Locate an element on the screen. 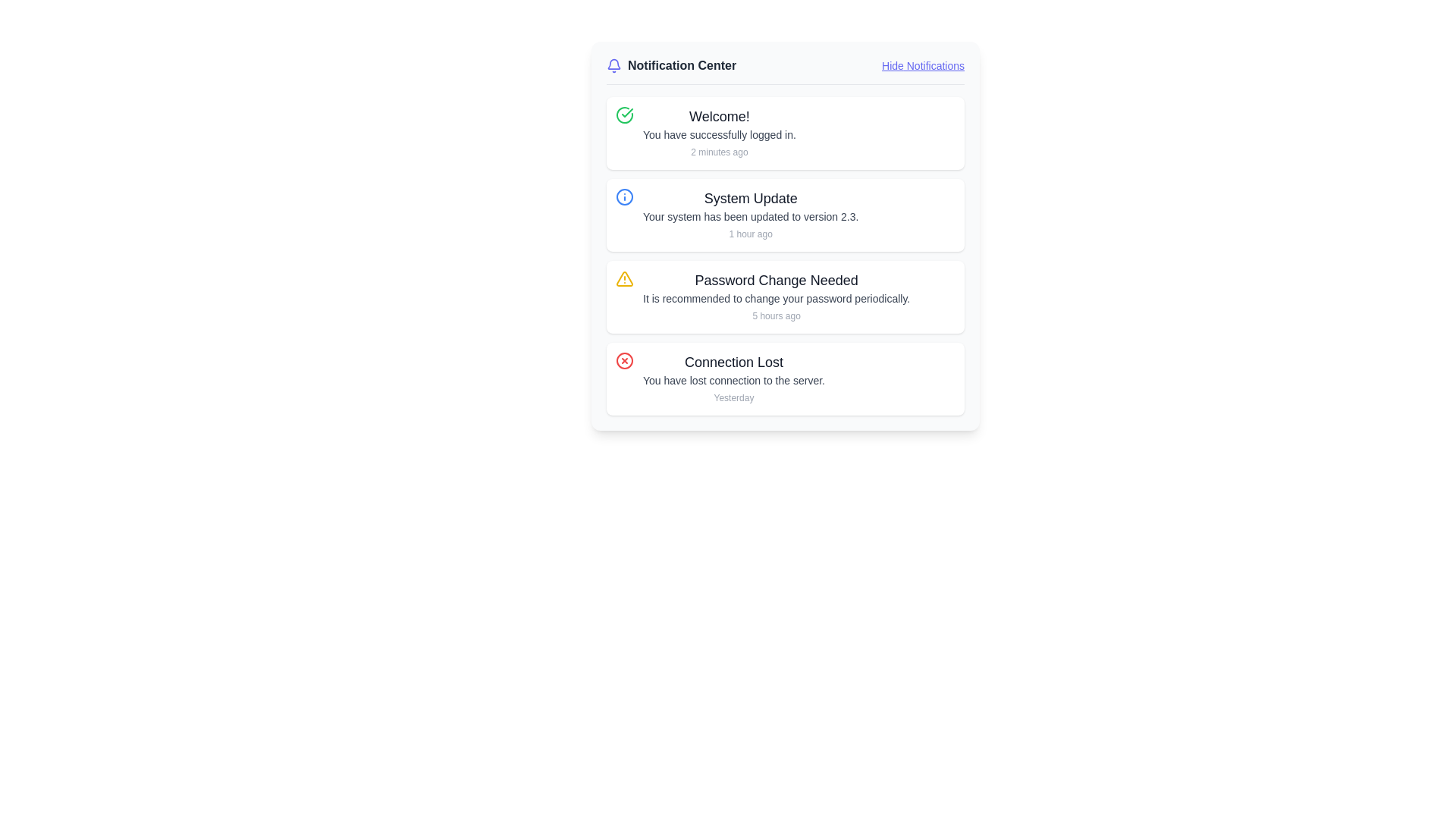 The image size is (1456, 819). the Text Label that serves as a title for the notification center, located between a bell icon and a 'Hide Notifications' link is located at coordinates (681, 65).